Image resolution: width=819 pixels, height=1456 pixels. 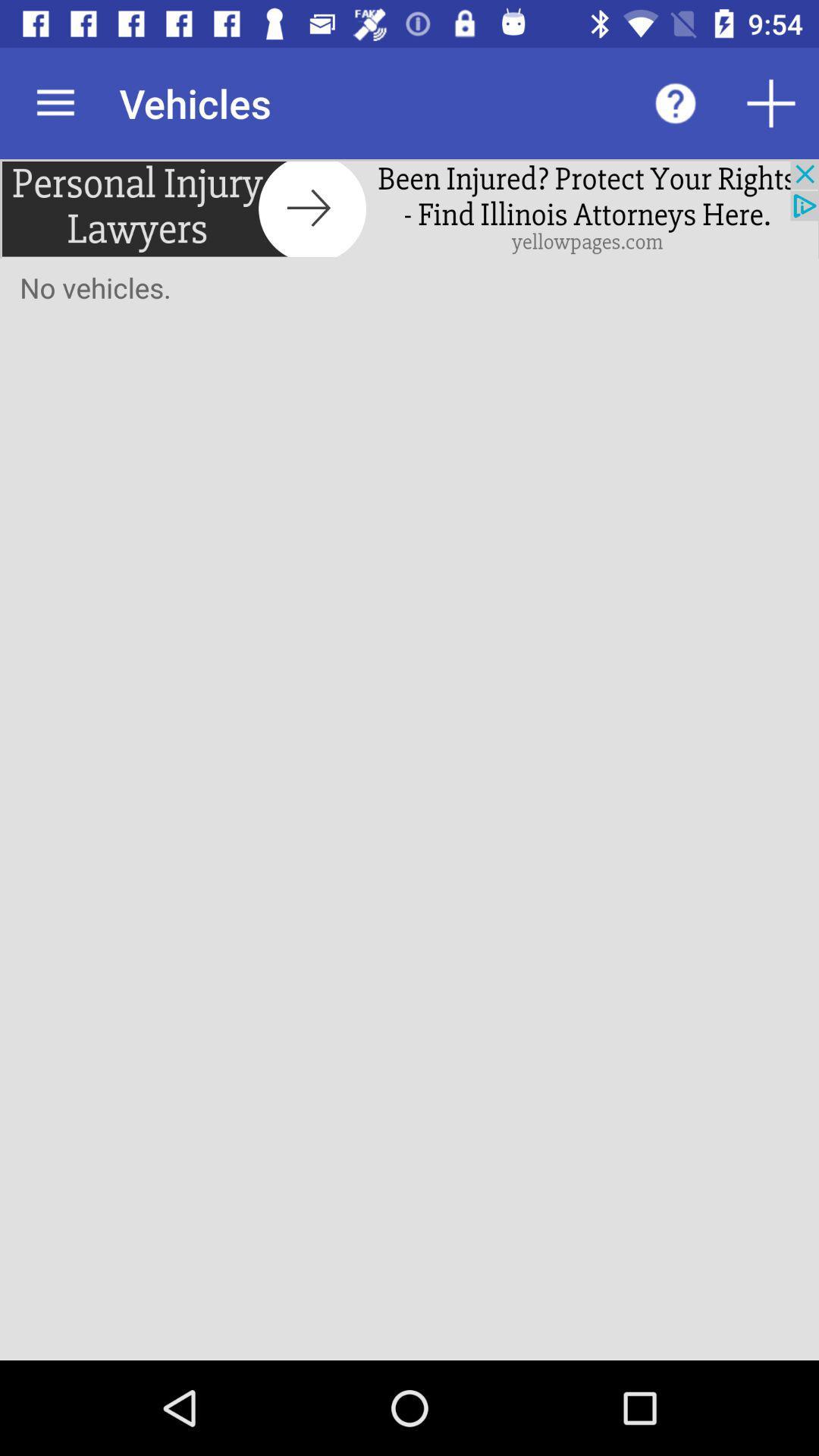 What do you see at coordinates (675, 102) in the screenshot?
I see `see help` at bounding box center [675, 102].